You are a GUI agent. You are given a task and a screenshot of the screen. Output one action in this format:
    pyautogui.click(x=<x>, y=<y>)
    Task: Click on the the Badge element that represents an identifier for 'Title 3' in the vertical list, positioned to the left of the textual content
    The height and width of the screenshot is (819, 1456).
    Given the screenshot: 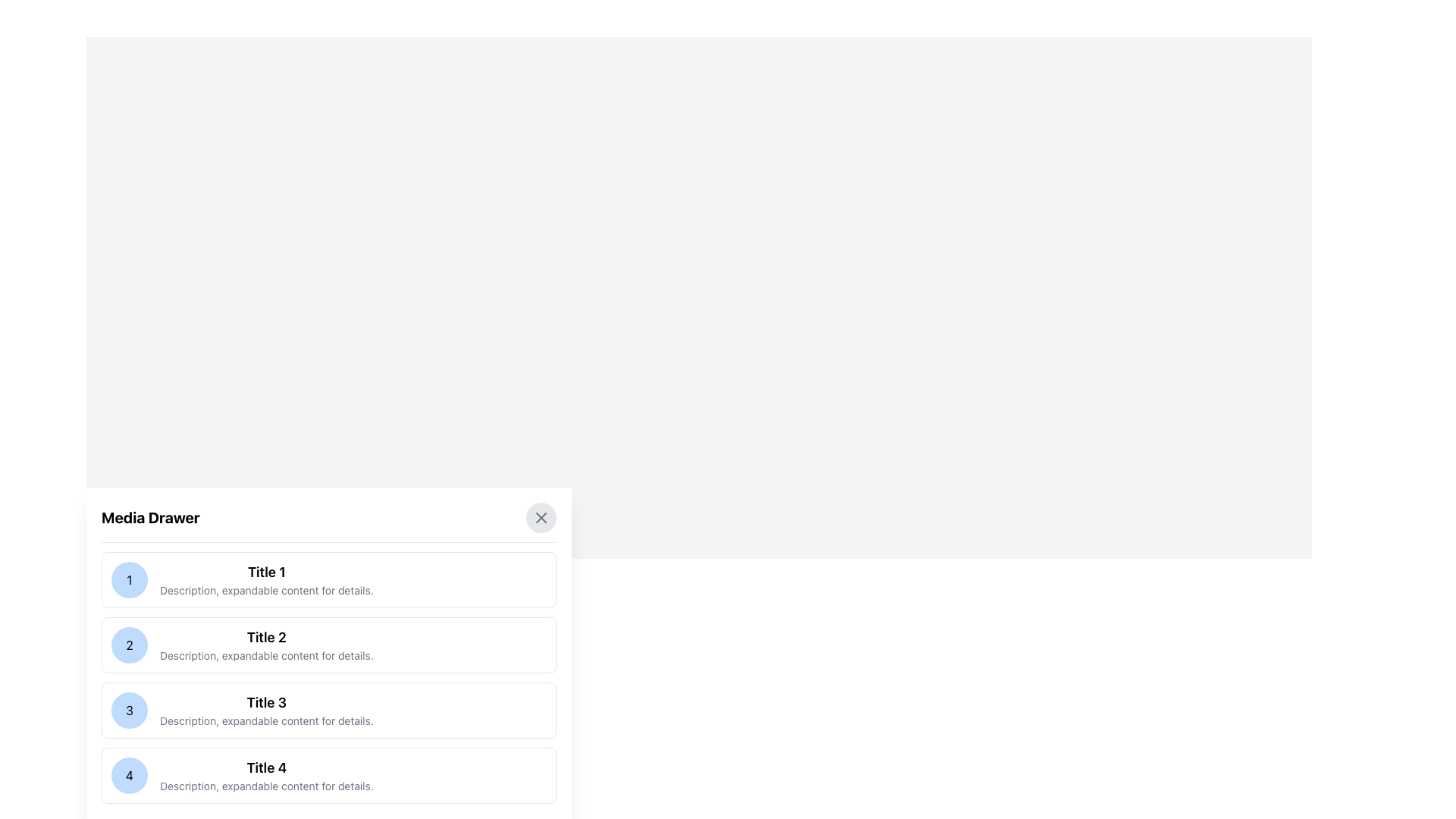 What is the action you would take?
    pyautogui.click(x=130, y=711)
    